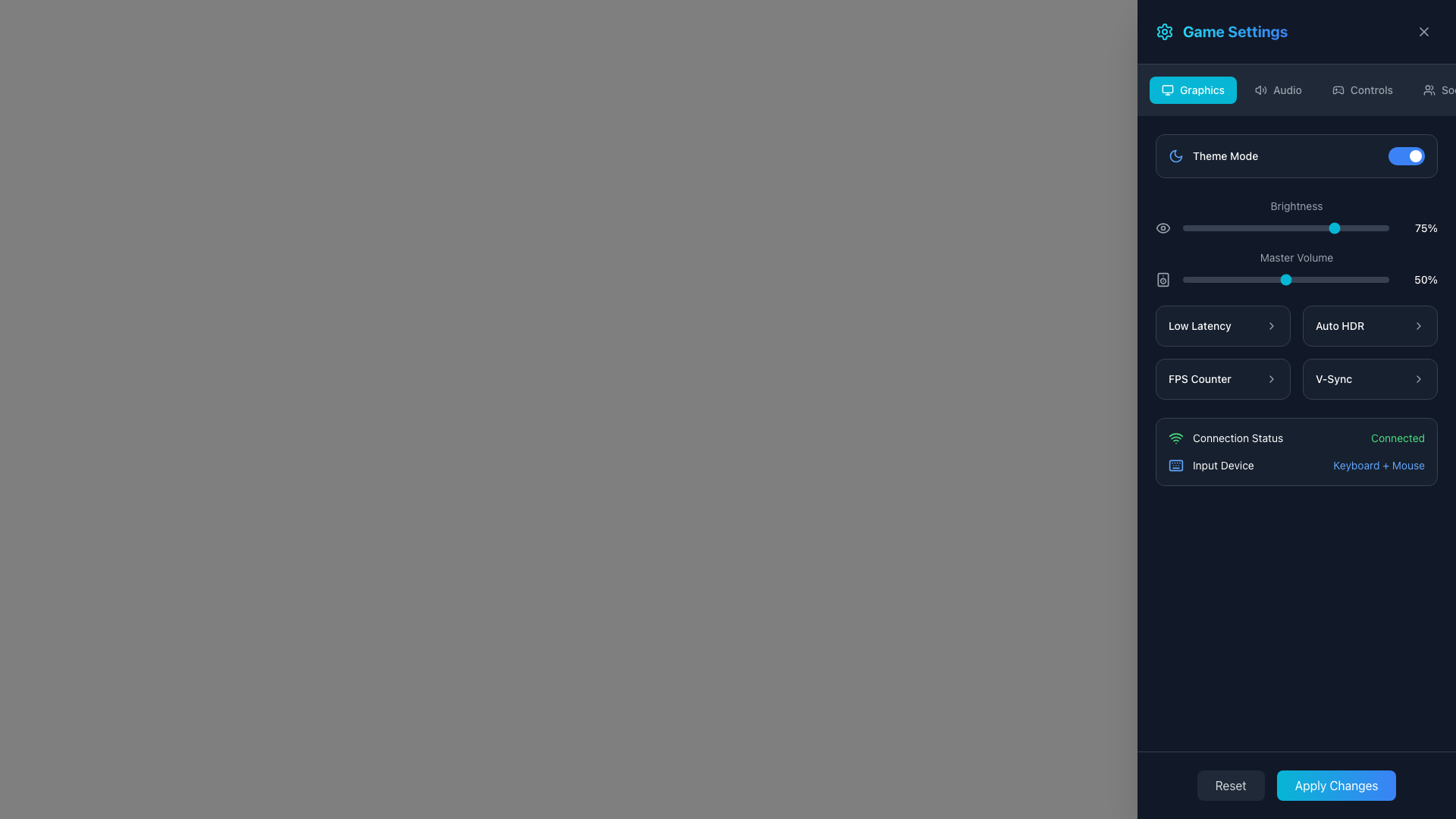 The image size is (1456, 819). What do you see at coordinates (1236, 280) in the screenshot?
I see `the master volume` at bounding box center [1236, 280].